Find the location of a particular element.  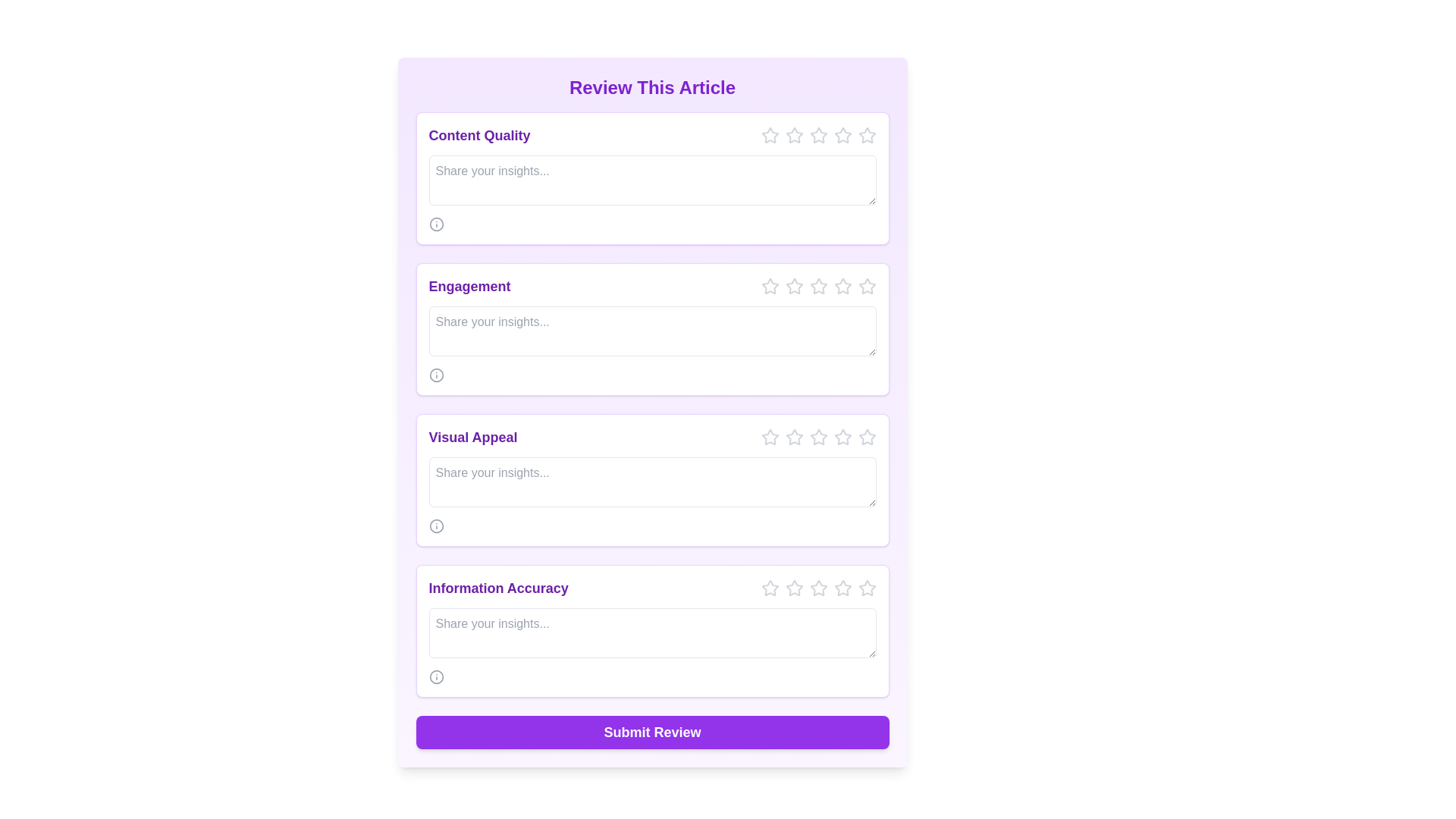

the first gray hollow star icon in the Content Quality section to rate it is located at coordinates (793, 134).